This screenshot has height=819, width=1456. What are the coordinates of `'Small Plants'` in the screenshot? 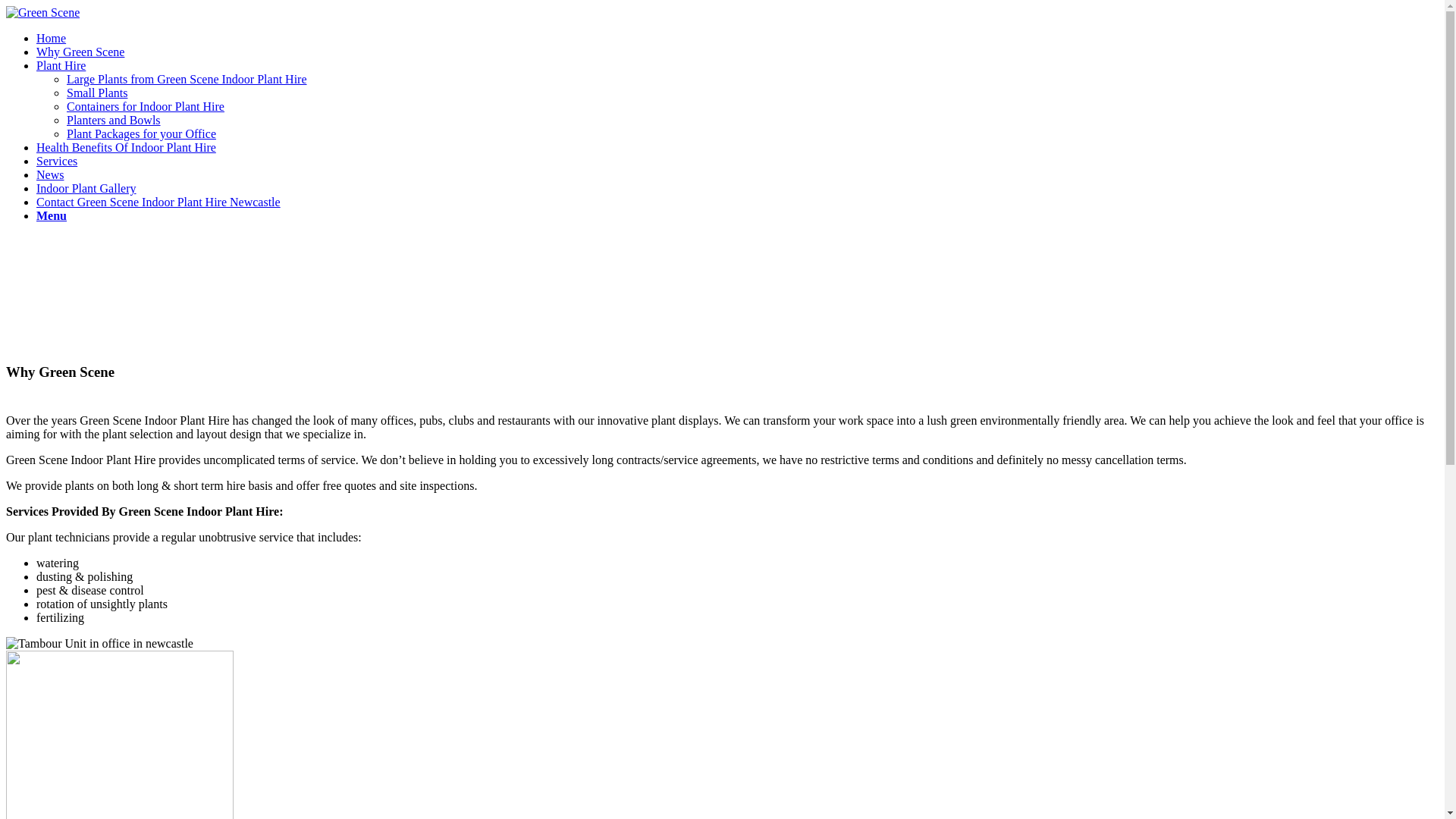 It's located at (96, 93).